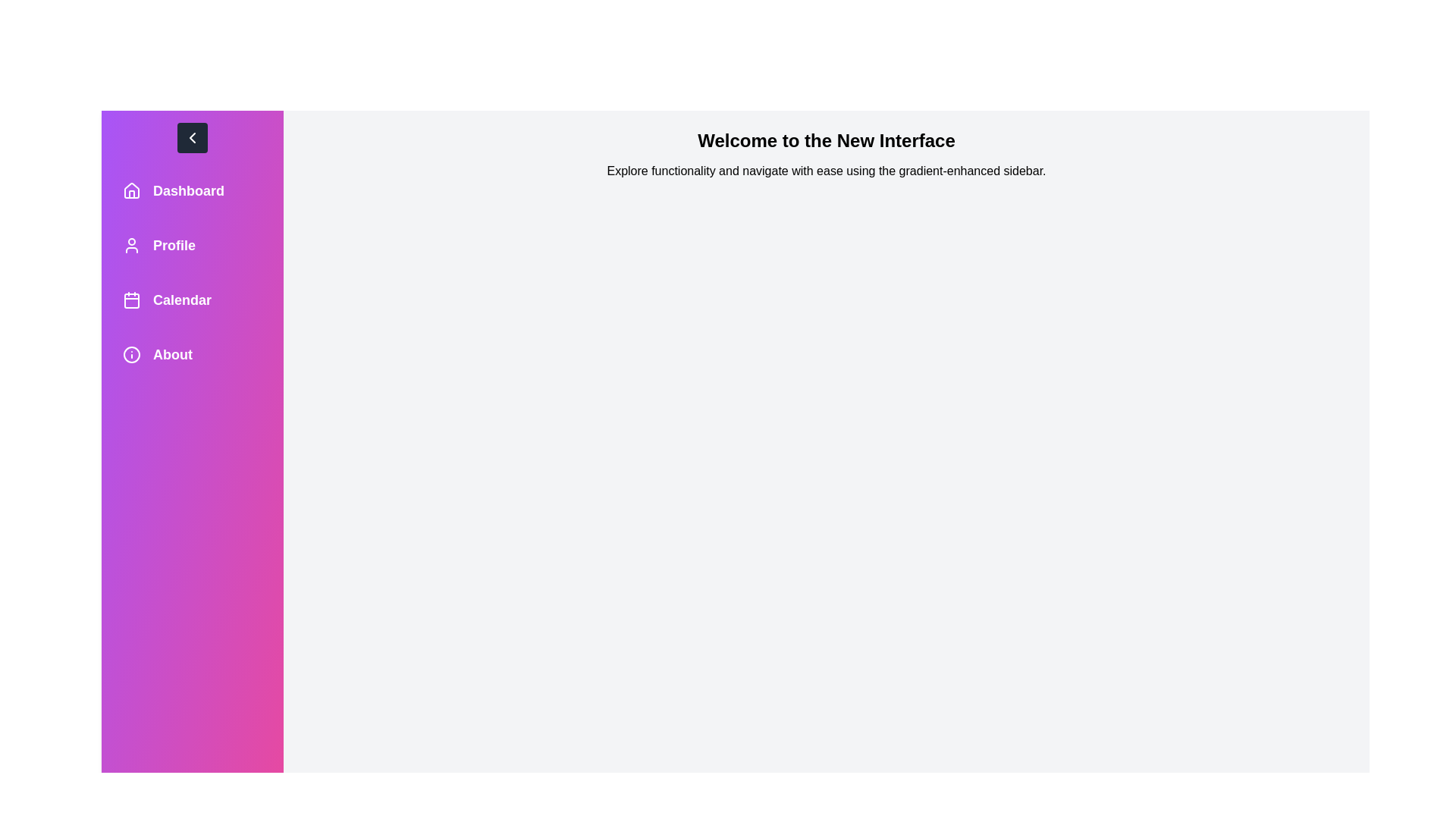 The height and width of the screenshot is (819, 1456). What do you see at coordinates (192, 300) in the screenshot?
I see `the menu item labeled Calendar to navigate to the corresponding section` at bounding box center [192, 300].